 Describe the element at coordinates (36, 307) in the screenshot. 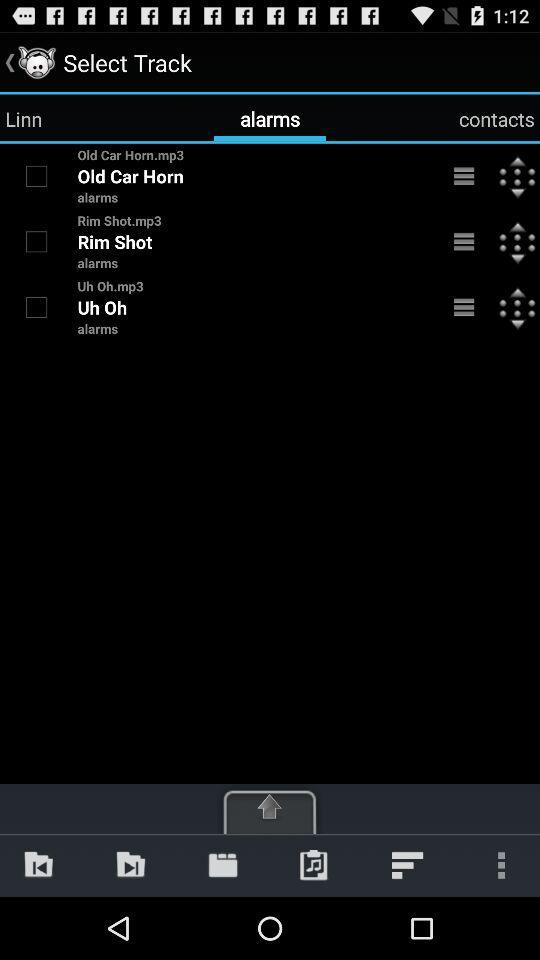

I see `uh oh selection` at that location.